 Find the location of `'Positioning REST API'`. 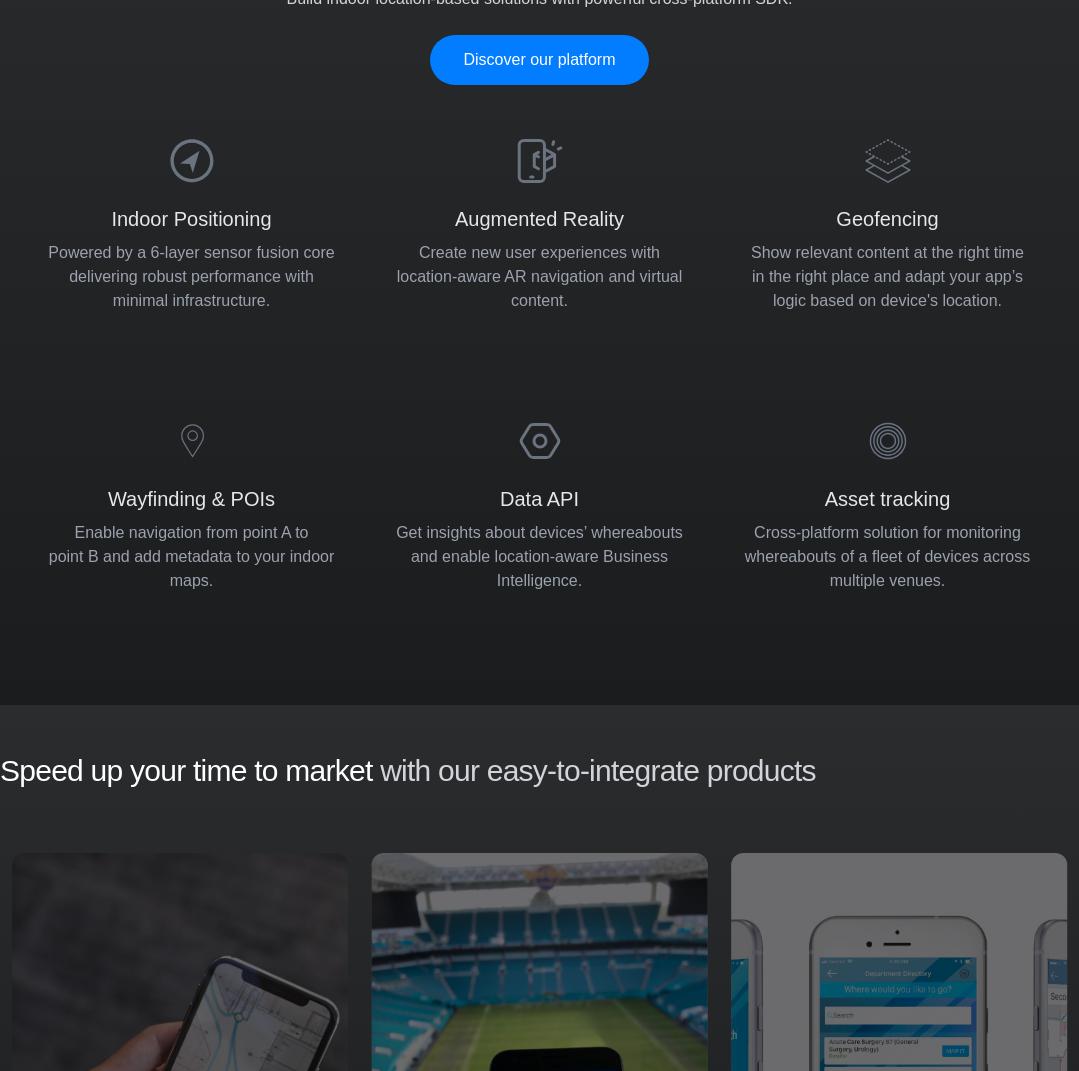

'Positioning REST API' is located at coordinates (527, 855).